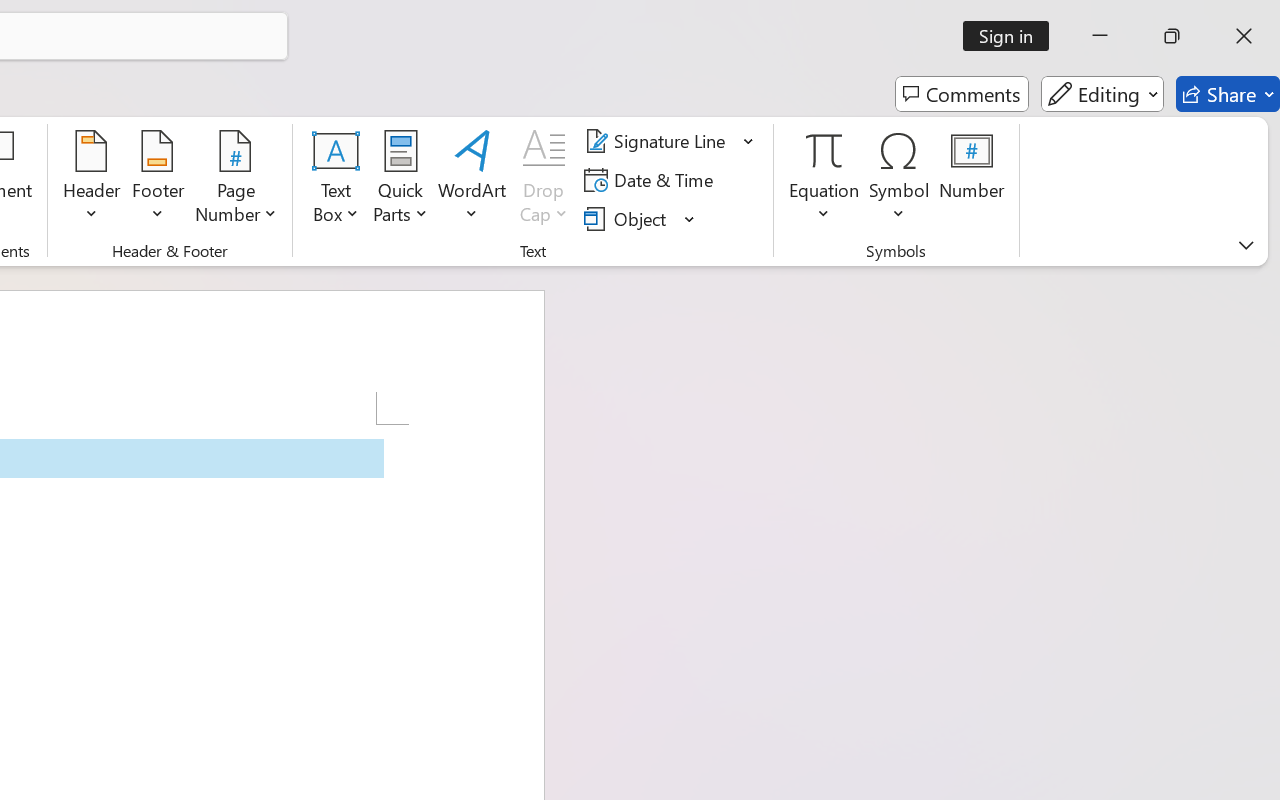 This screenshot has height=800, width=1280. Describe the element at coordinates (658, 141) in the screenshot. I see `'Signature Line'` at that location.